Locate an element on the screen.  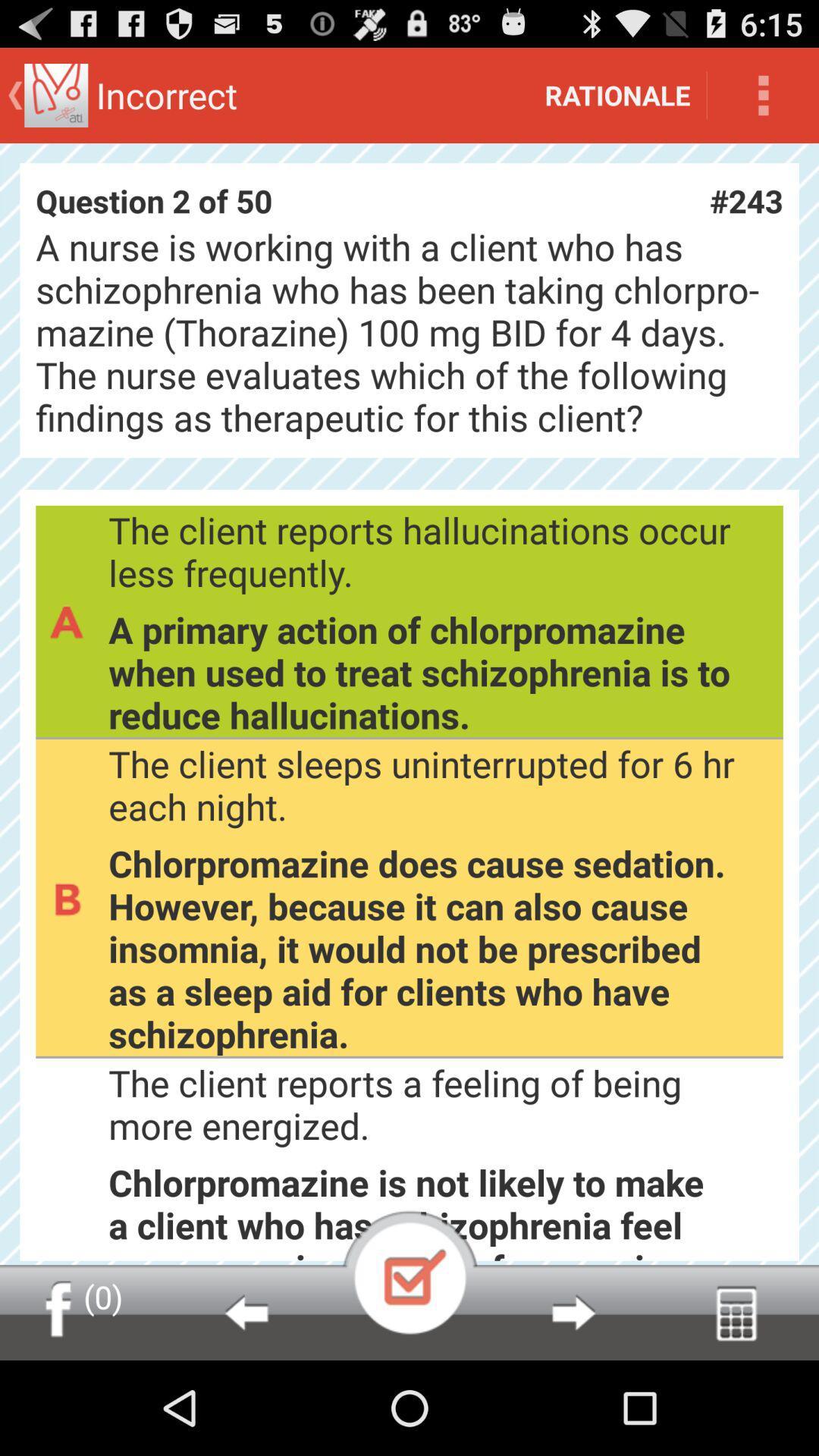
next is located at coordinates (573, 1312).